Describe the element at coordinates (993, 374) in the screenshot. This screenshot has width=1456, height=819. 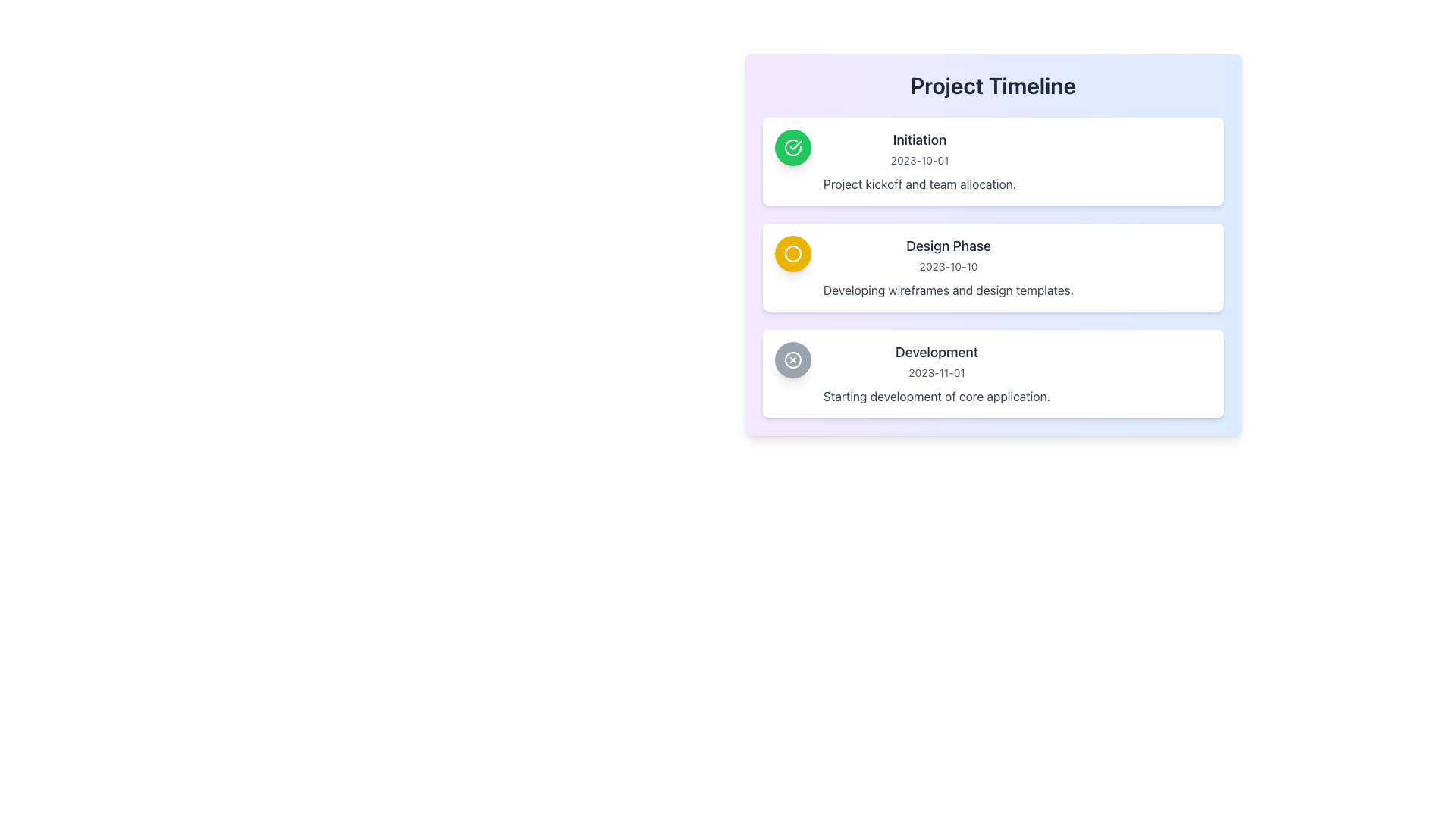
I see `to select the 'Development' phase informational card, which is the third card in the project timeline group` at that location.